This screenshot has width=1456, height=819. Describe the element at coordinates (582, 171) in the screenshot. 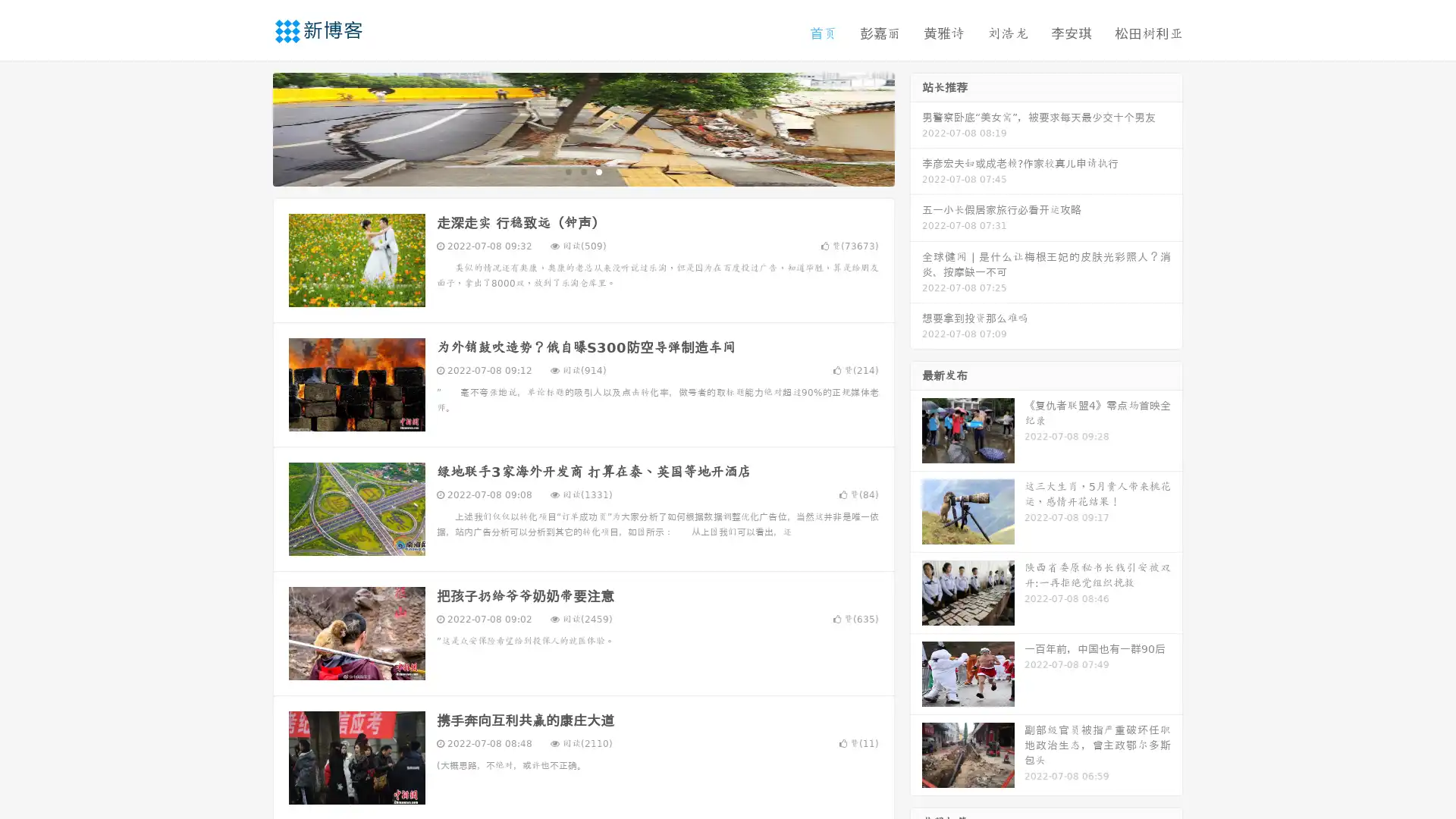

I see `Go to slide 2` at that location.